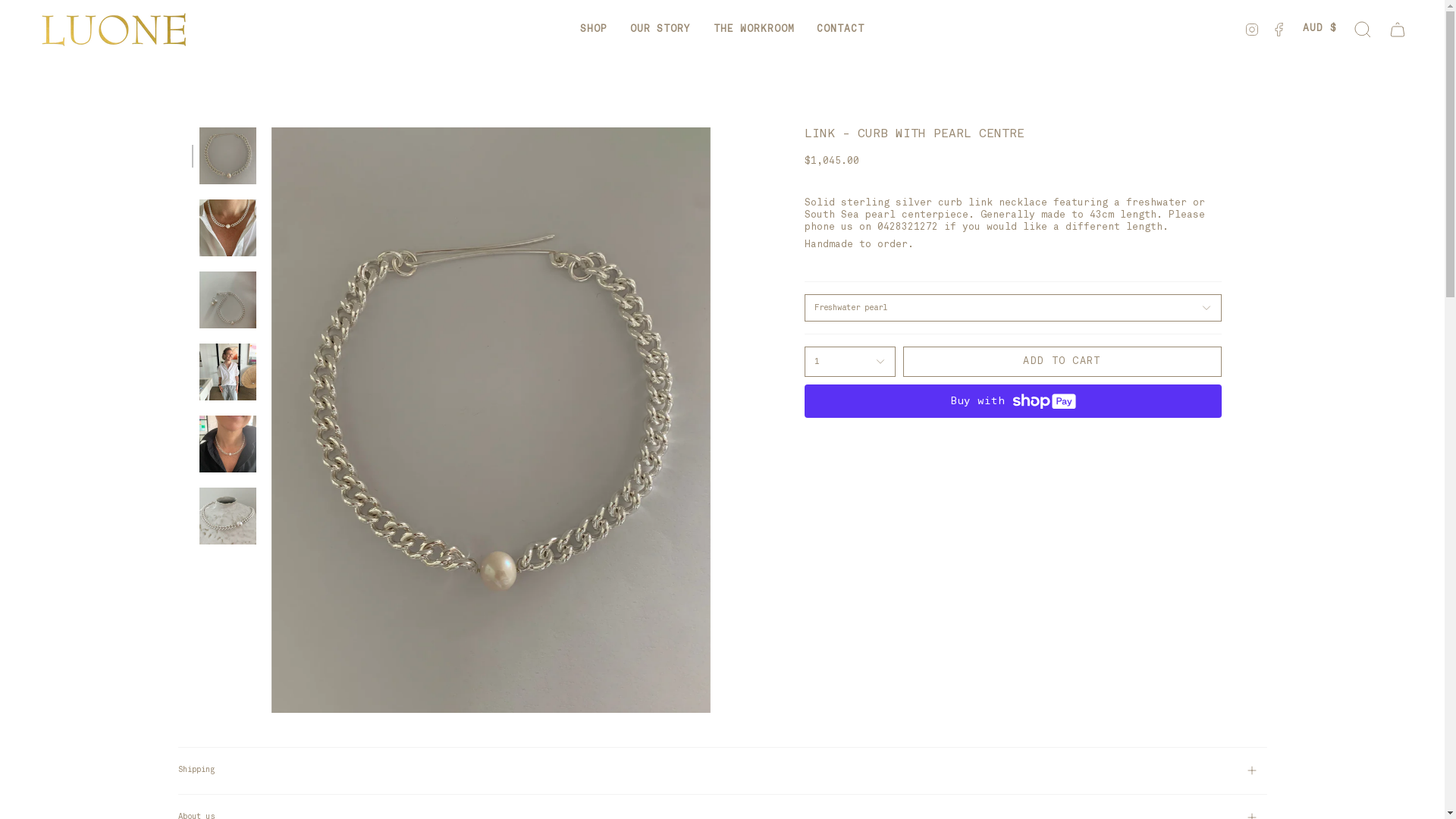 This screenshot has height=819, width=1456. I want to click on 'CONTACT', so click(839, 29).